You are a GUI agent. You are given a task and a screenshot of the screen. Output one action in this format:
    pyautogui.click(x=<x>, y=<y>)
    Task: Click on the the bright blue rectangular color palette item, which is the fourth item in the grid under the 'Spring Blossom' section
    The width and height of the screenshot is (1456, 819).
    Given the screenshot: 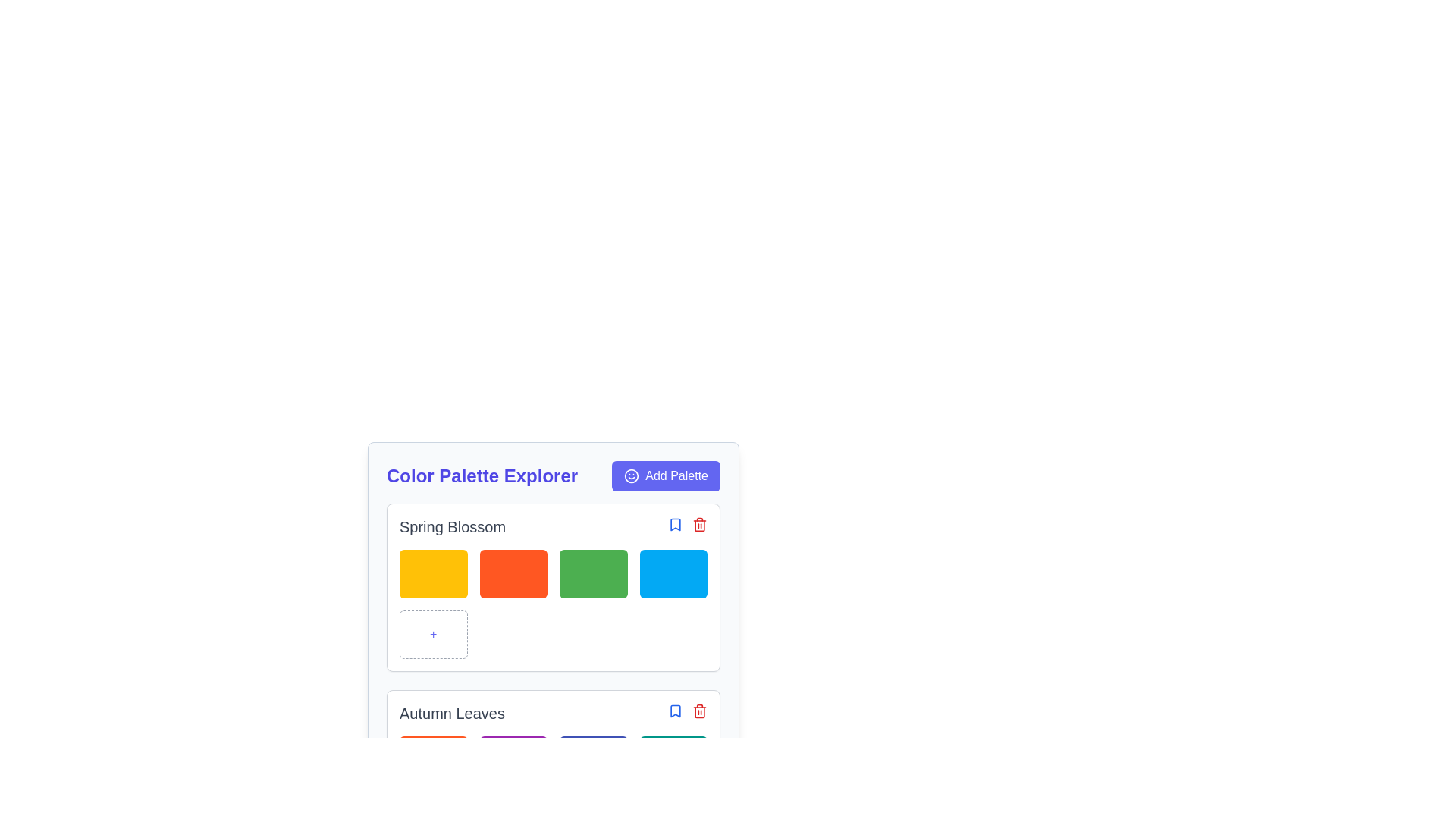 What is the action you would take?
    pyautogui.click(x=673, y=573)
    